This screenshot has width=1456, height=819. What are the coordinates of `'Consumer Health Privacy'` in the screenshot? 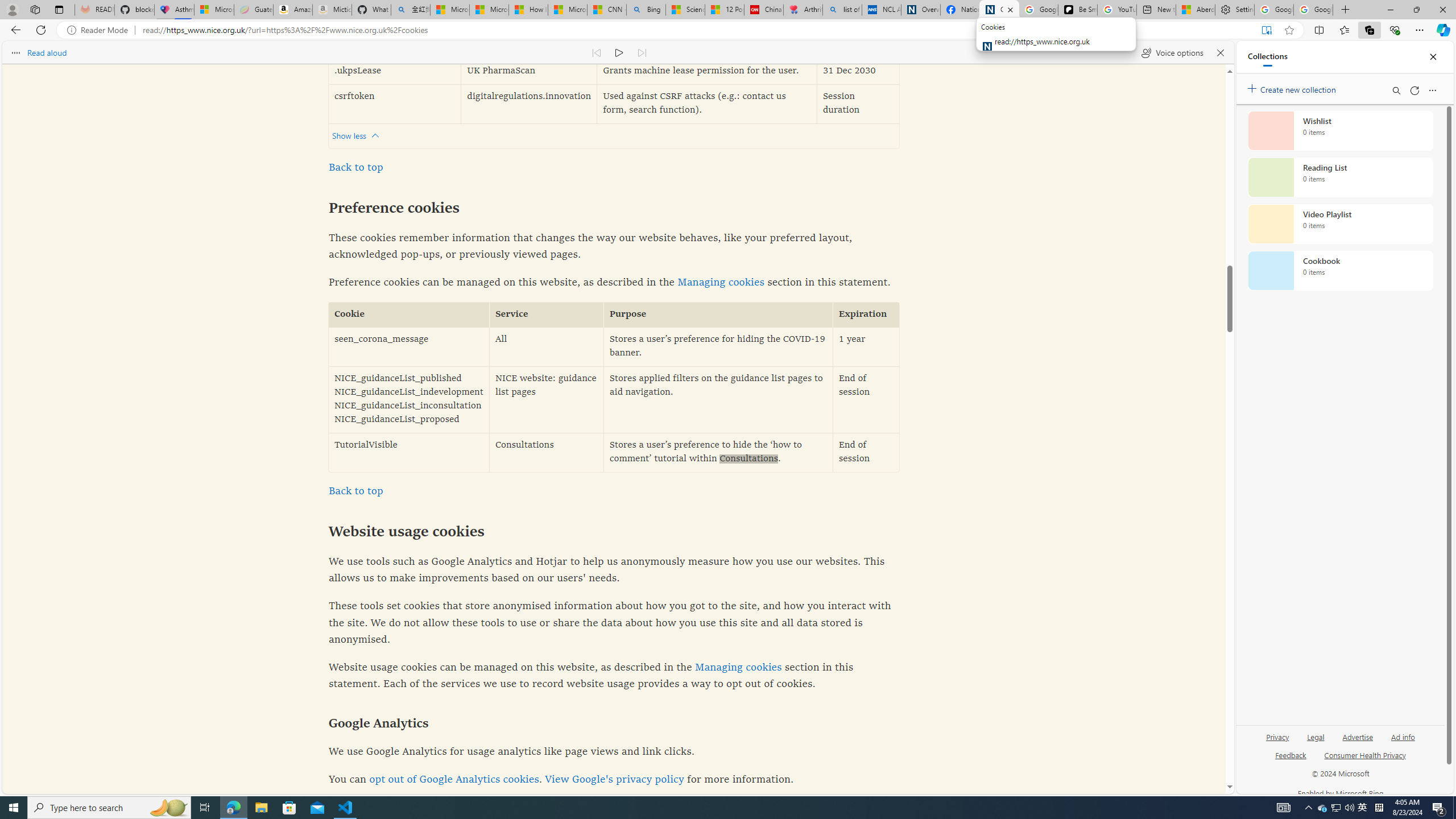 It's located at (1365, 759).